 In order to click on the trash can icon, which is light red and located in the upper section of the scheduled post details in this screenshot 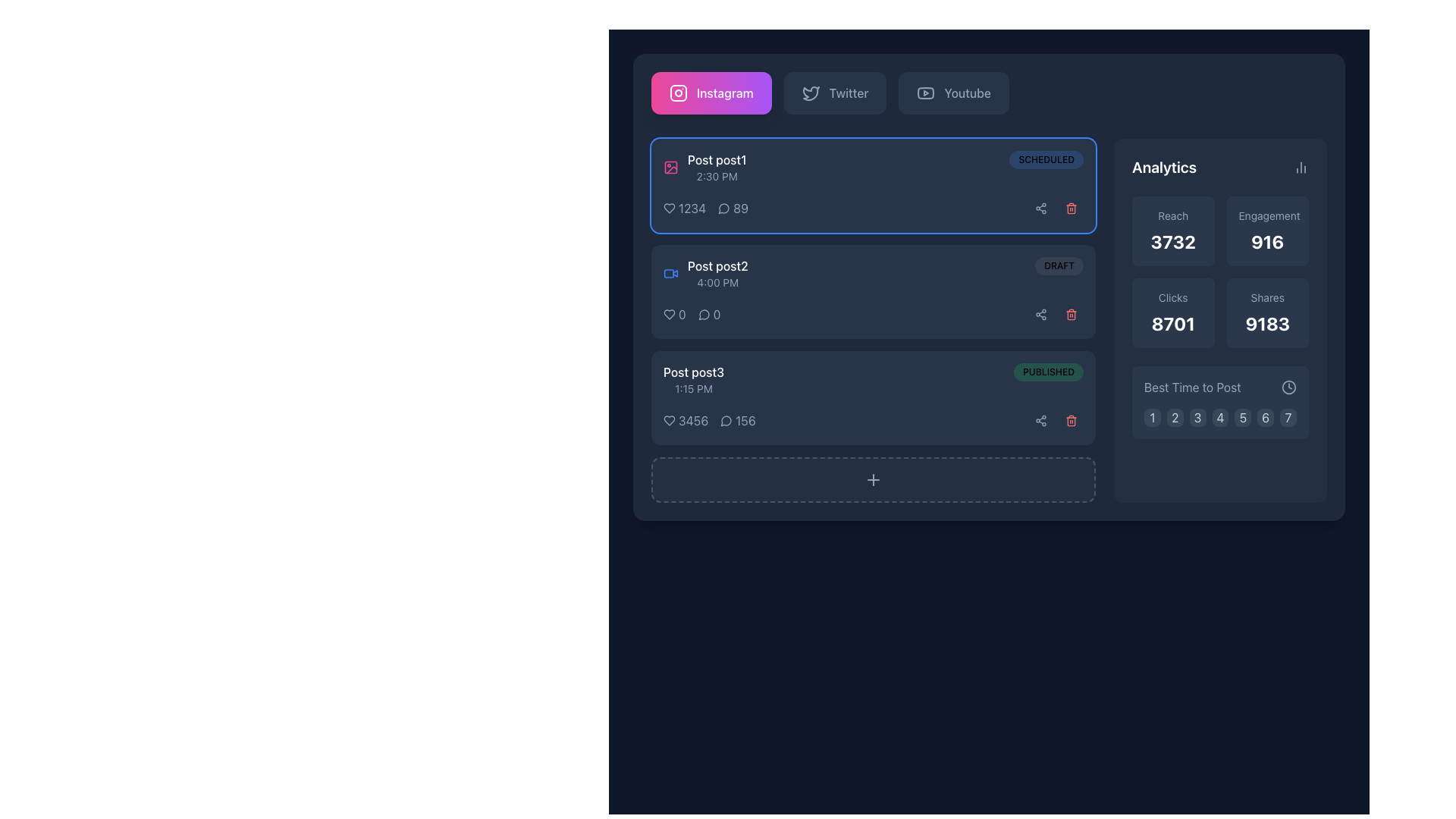, I will do `click(1070, 208)`.